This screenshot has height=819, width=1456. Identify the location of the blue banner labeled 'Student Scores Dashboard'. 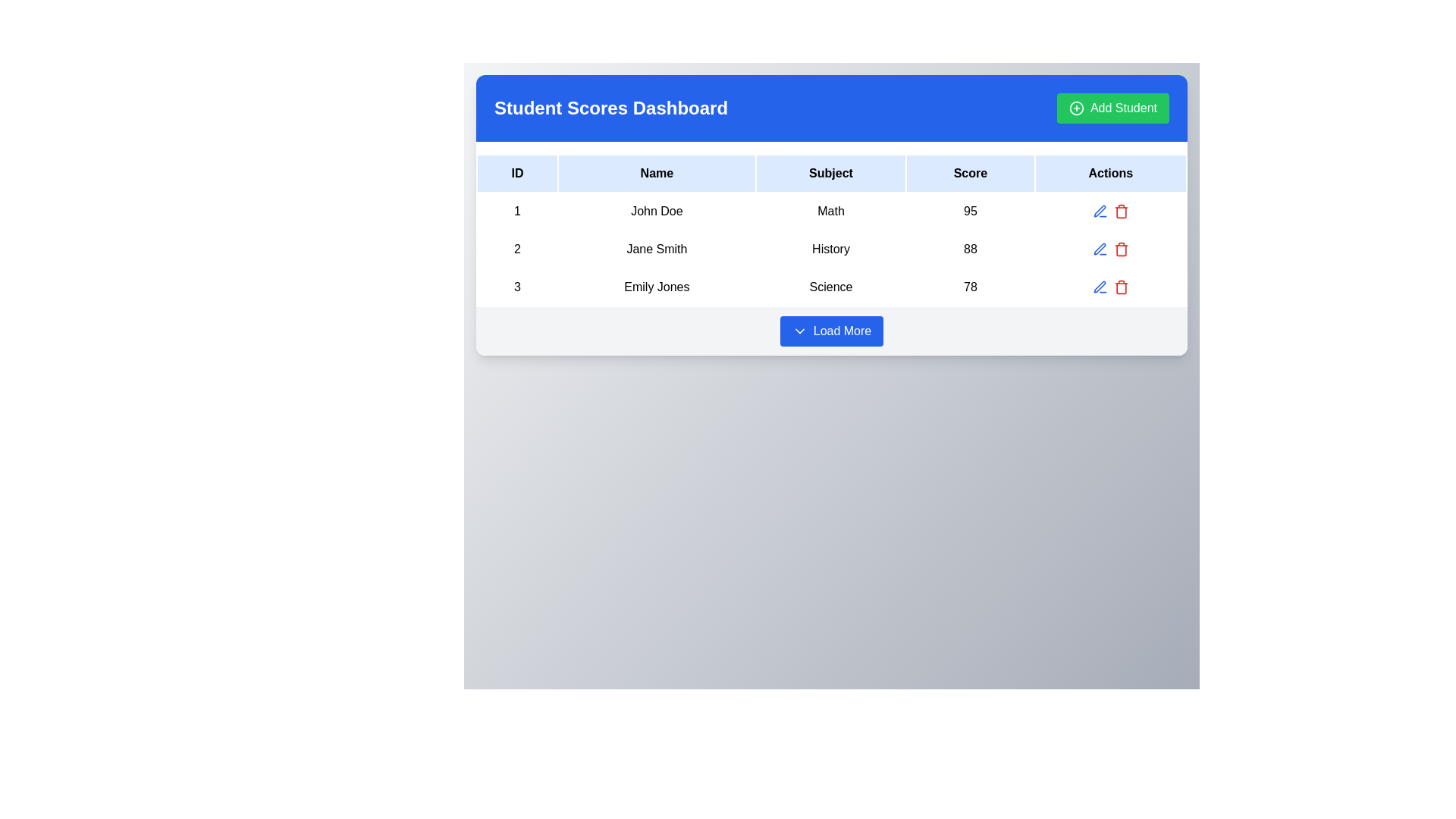
(831, 107).